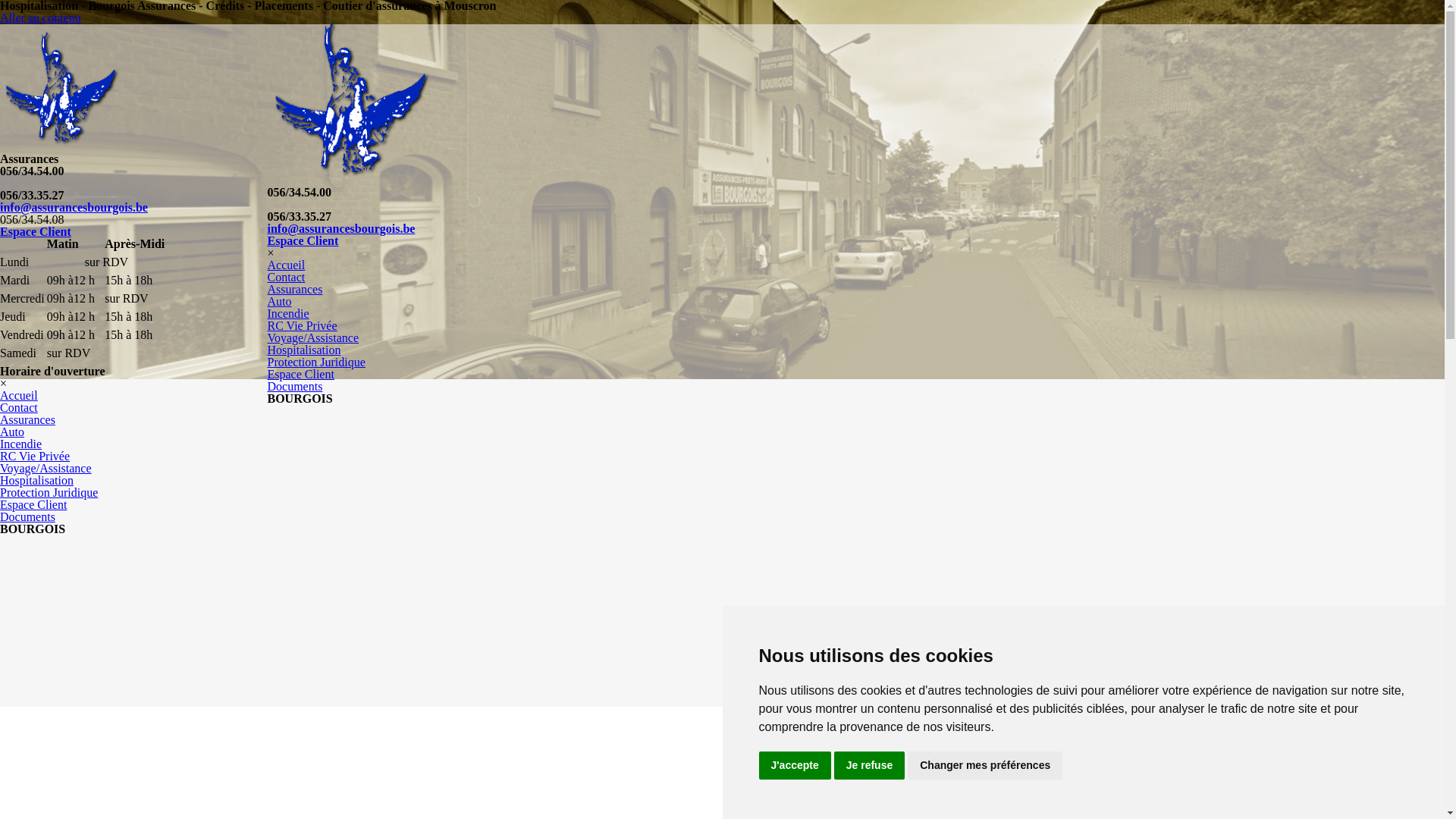 This screenshot has width=1456, height=819. I want to click on 'Protection Juridique', so click(266, 362).